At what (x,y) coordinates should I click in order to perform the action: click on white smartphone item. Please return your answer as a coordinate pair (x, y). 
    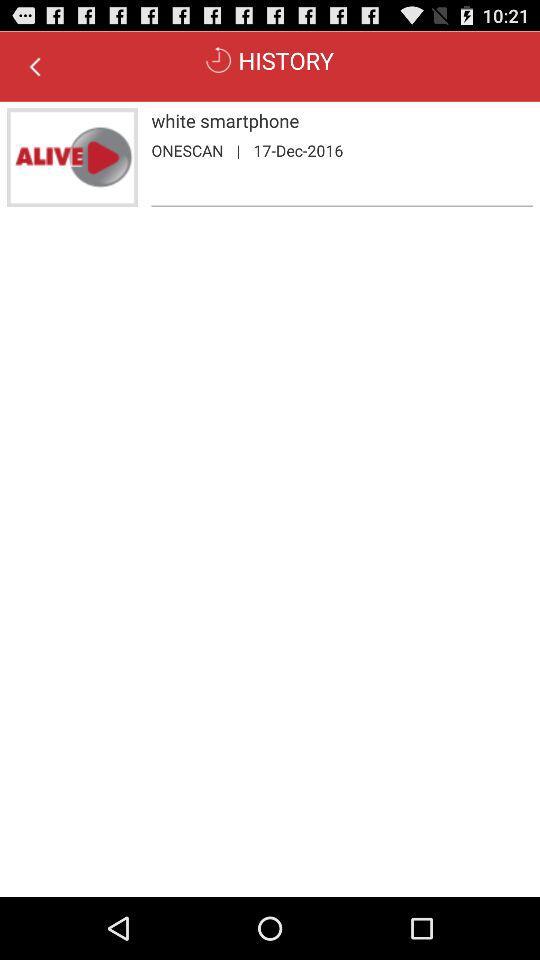
    Looking at the image, I should click on (341, 120).